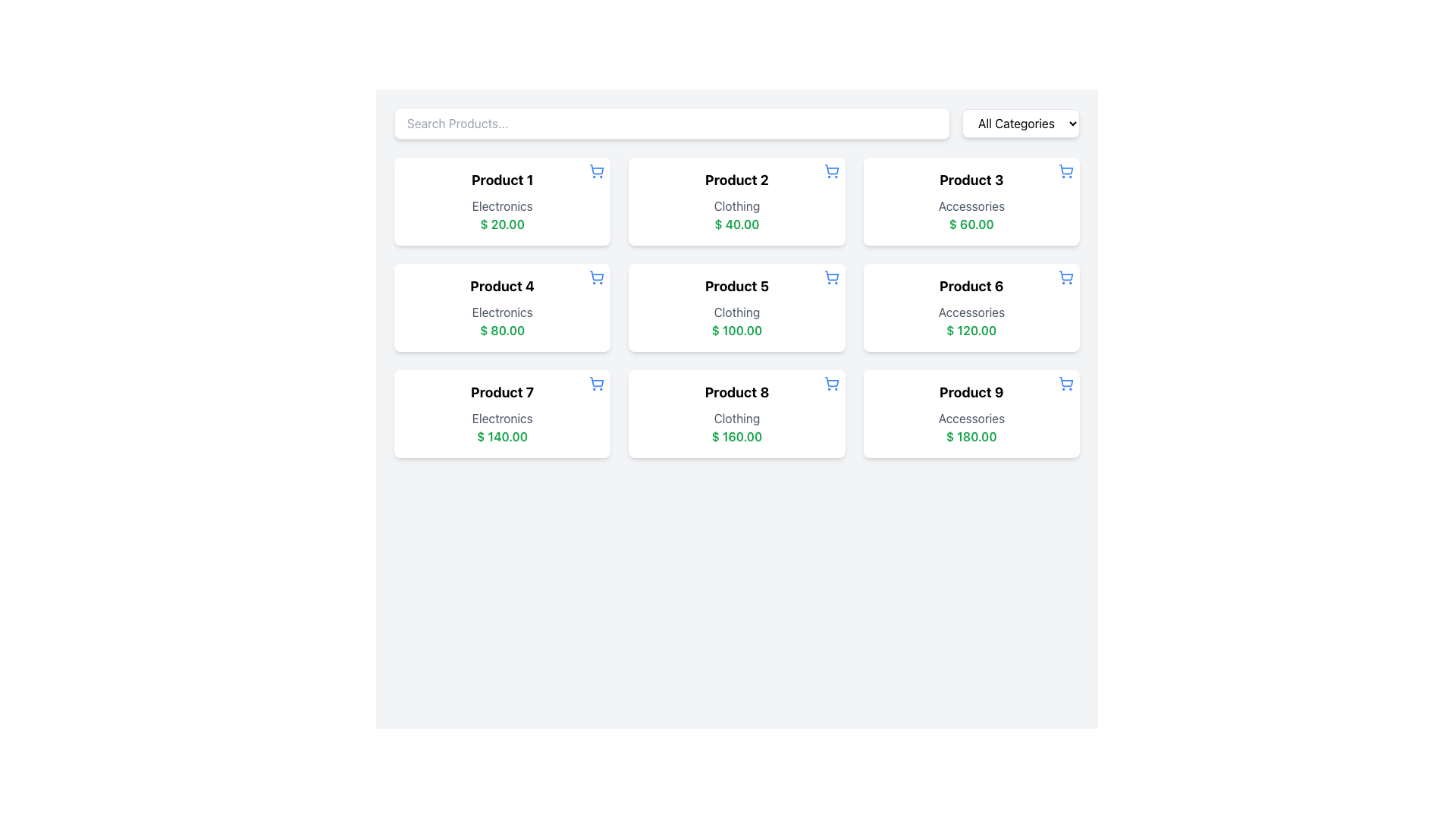  I want to click on the text label displaying the price "$20.00" in bold green font, located within the card for "Product 1", so click(502, 224).